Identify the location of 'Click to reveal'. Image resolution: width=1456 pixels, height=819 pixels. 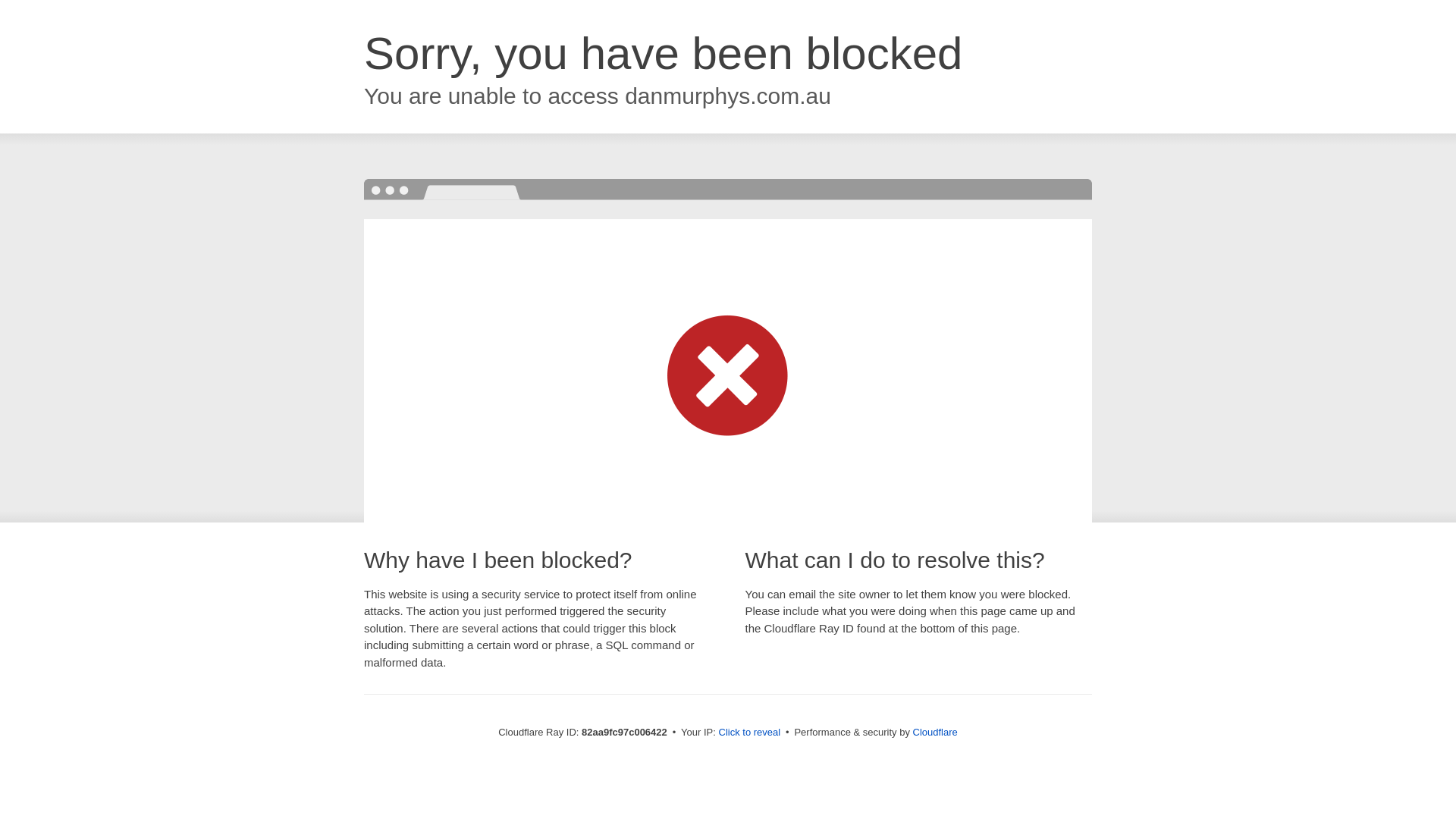
(749, 731).